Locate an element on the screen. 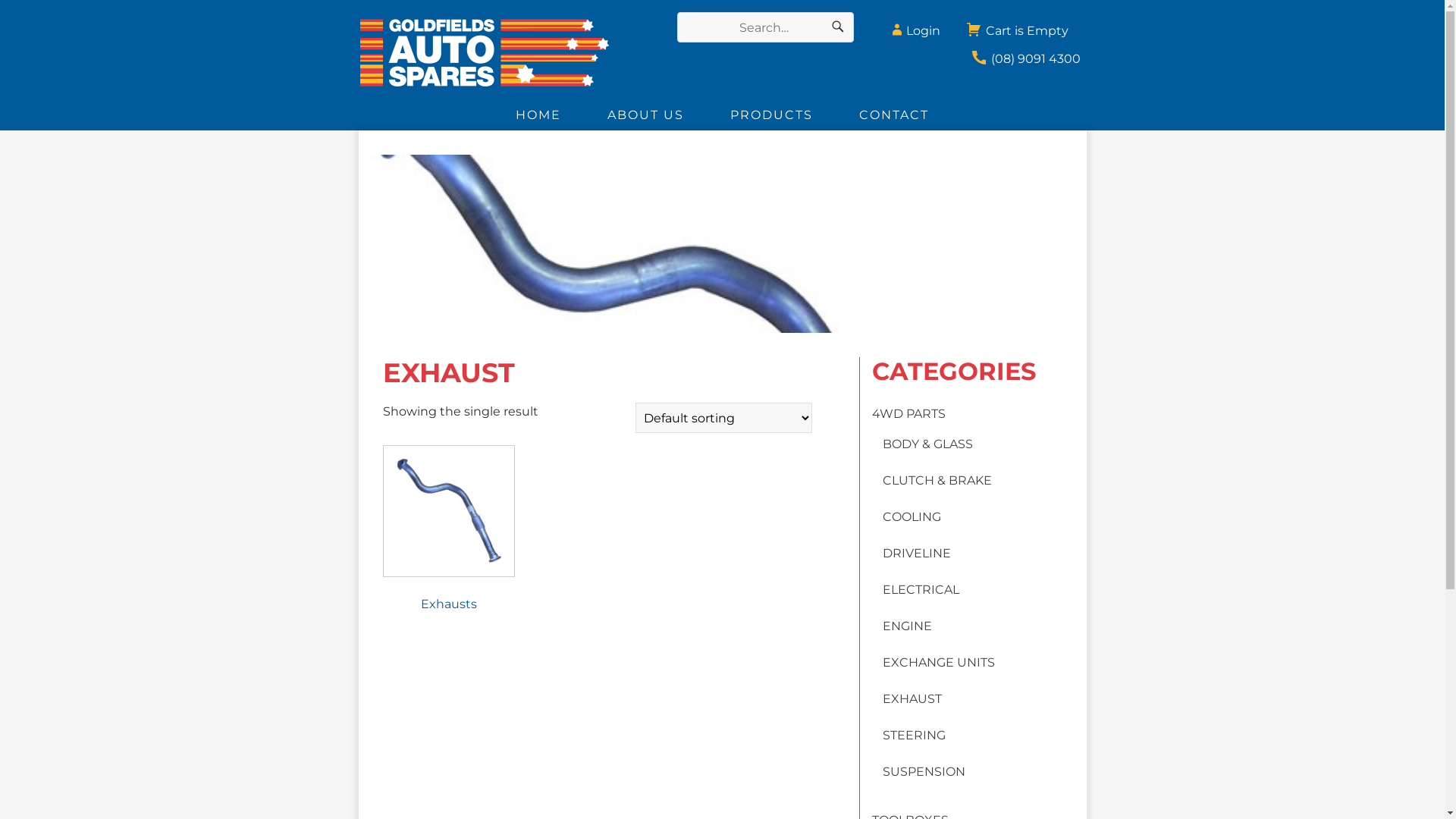 The width and height of the screenshot is (1456, 819). 'CONTACT' is located at coordinates (835, 114).